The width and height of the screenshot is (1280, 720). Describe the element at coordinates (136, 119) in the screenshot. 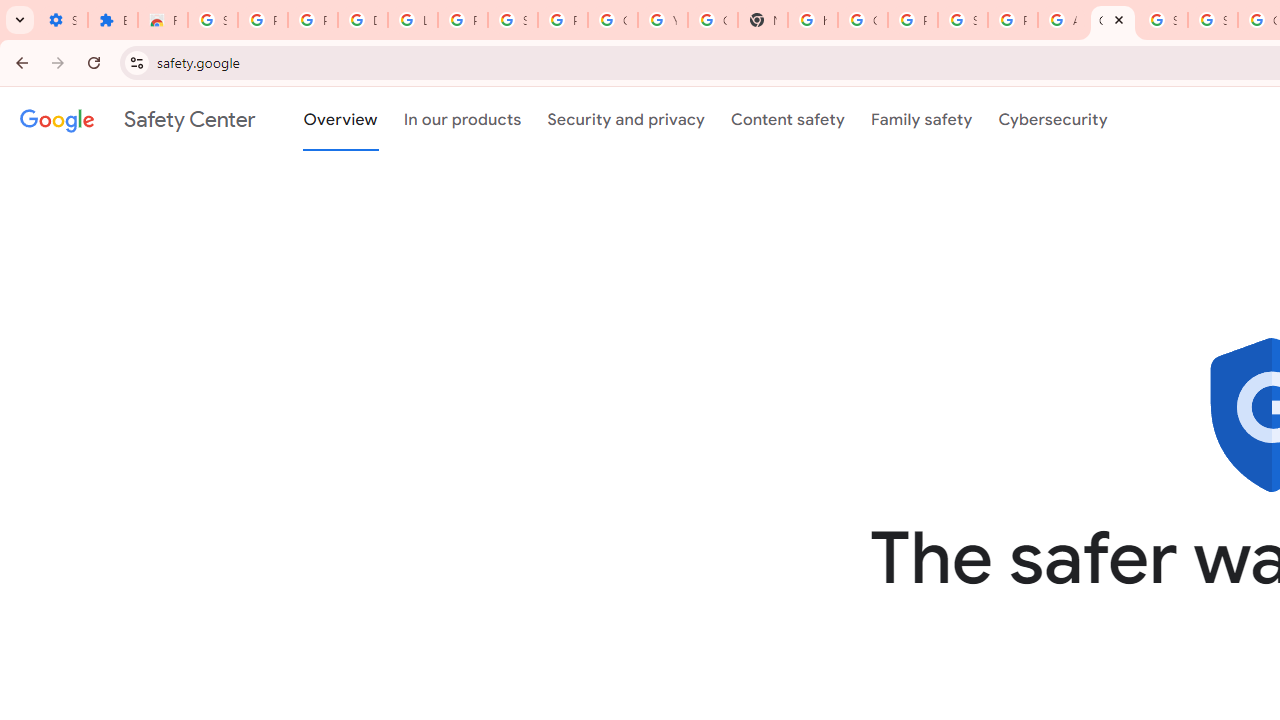

I see `'Safety Center'` at that location.